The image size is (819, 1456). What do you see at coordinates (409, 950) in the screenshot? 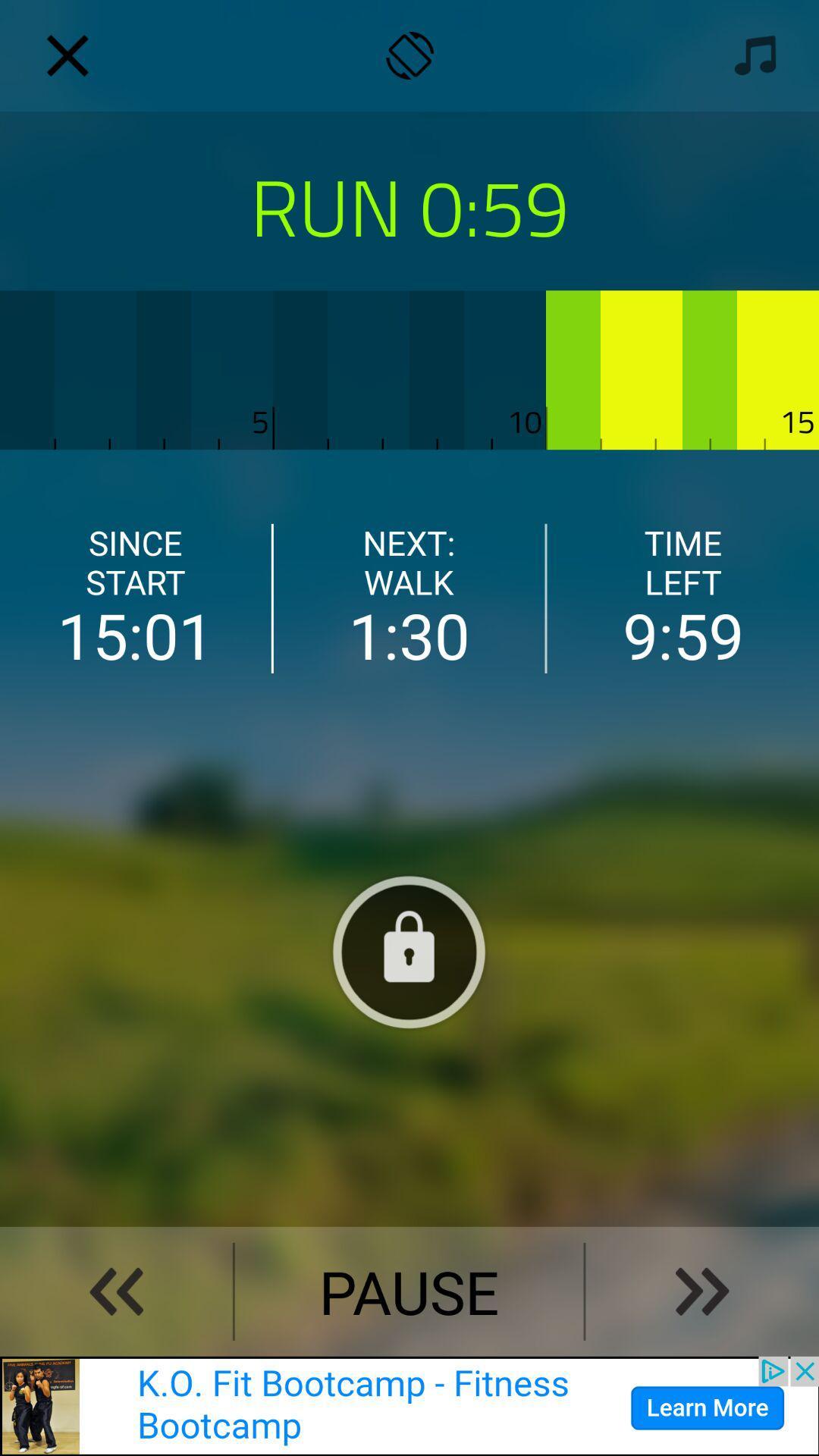
I see `the icon above the pause` at bounding box center [409, 950].